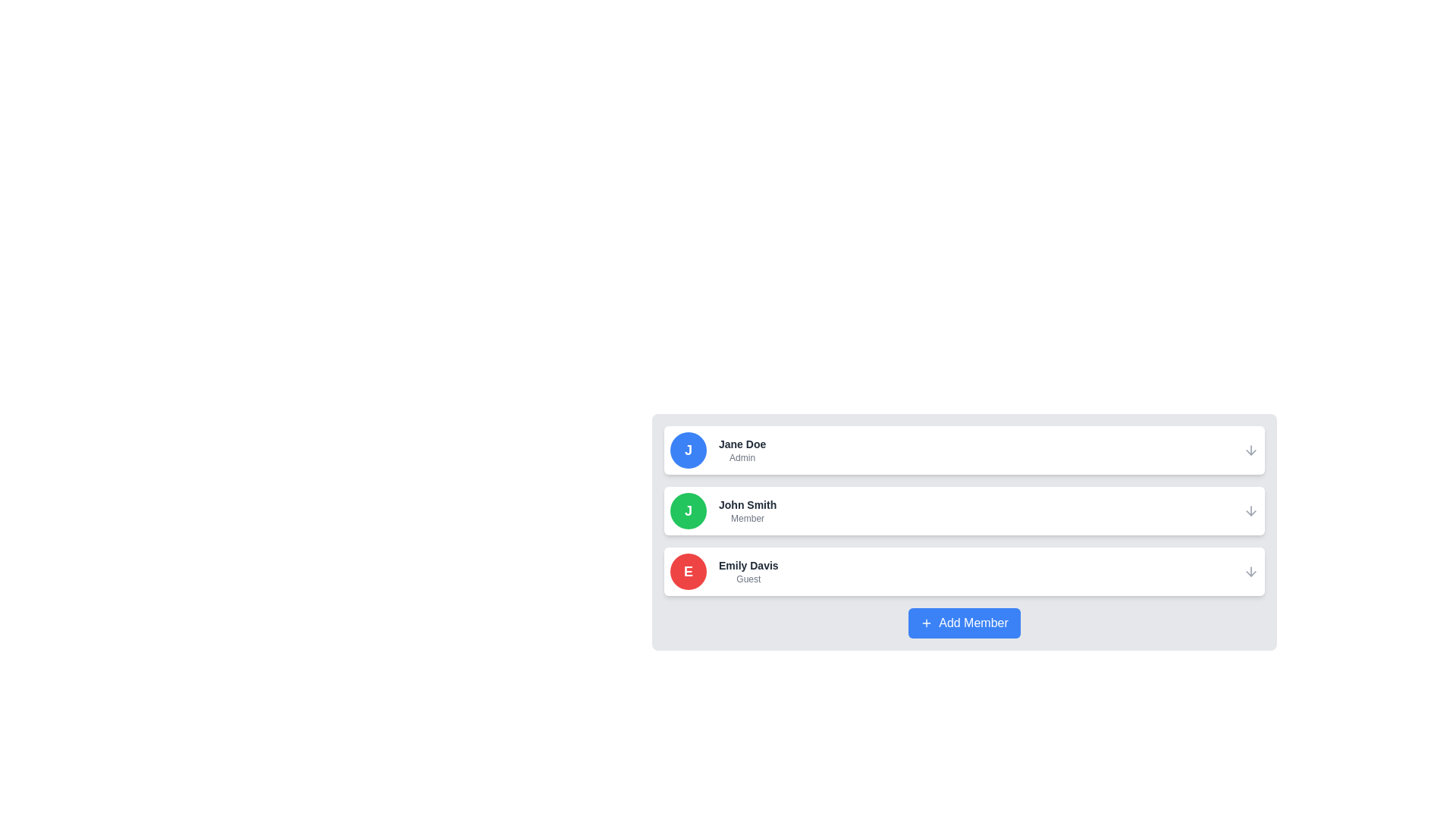  I want to click on the 'Guest' text label indicating the role of 'Emily Davis', which is located directly underneath the main 'Emily Davis' text in the third entry of the list, so click(748, 579).